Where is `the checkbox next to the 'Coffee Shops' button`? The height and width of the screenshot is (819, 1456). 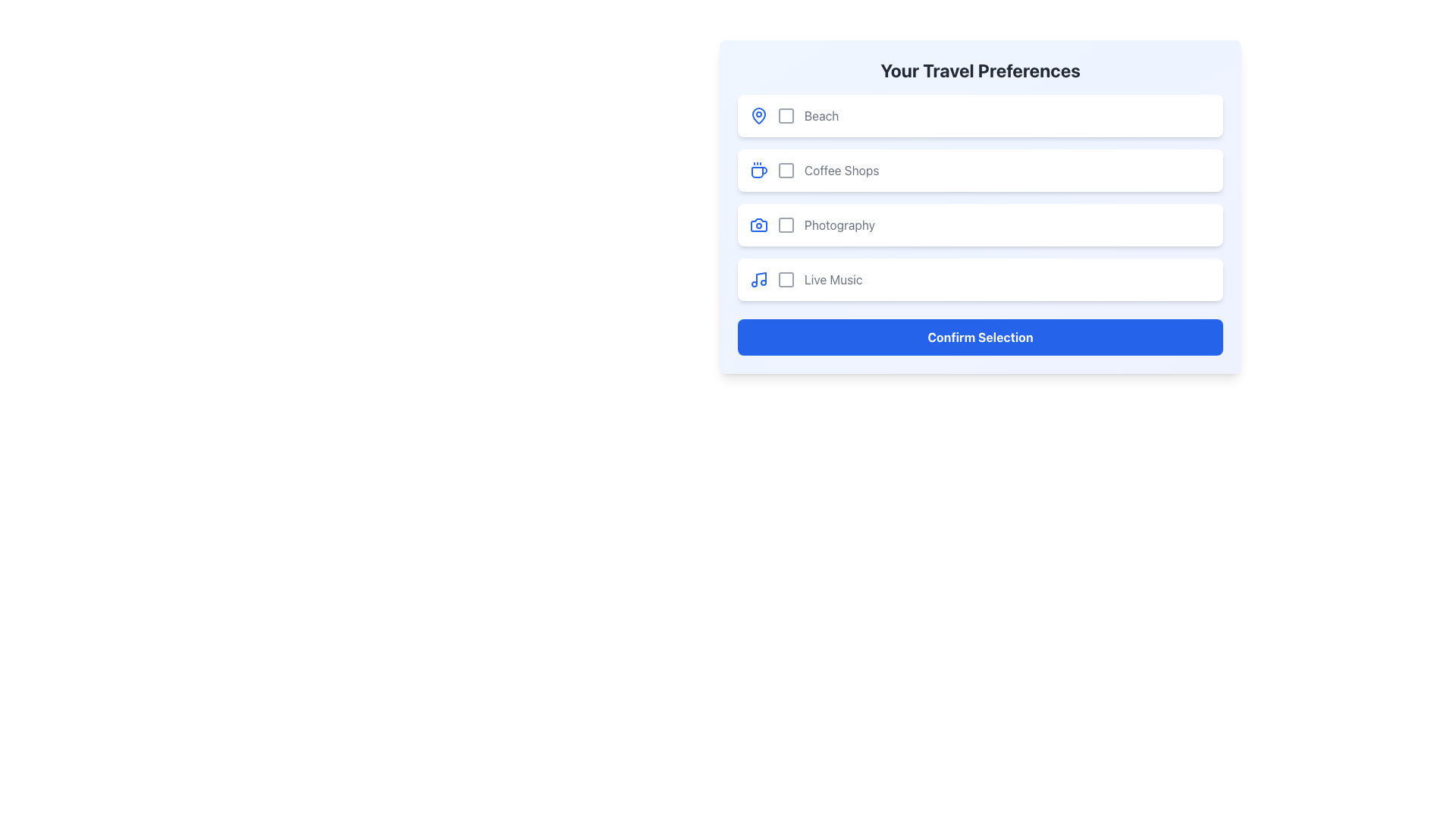 the checkbox next to the 'Coffee Shops' button is located at coordinates (980, 170).